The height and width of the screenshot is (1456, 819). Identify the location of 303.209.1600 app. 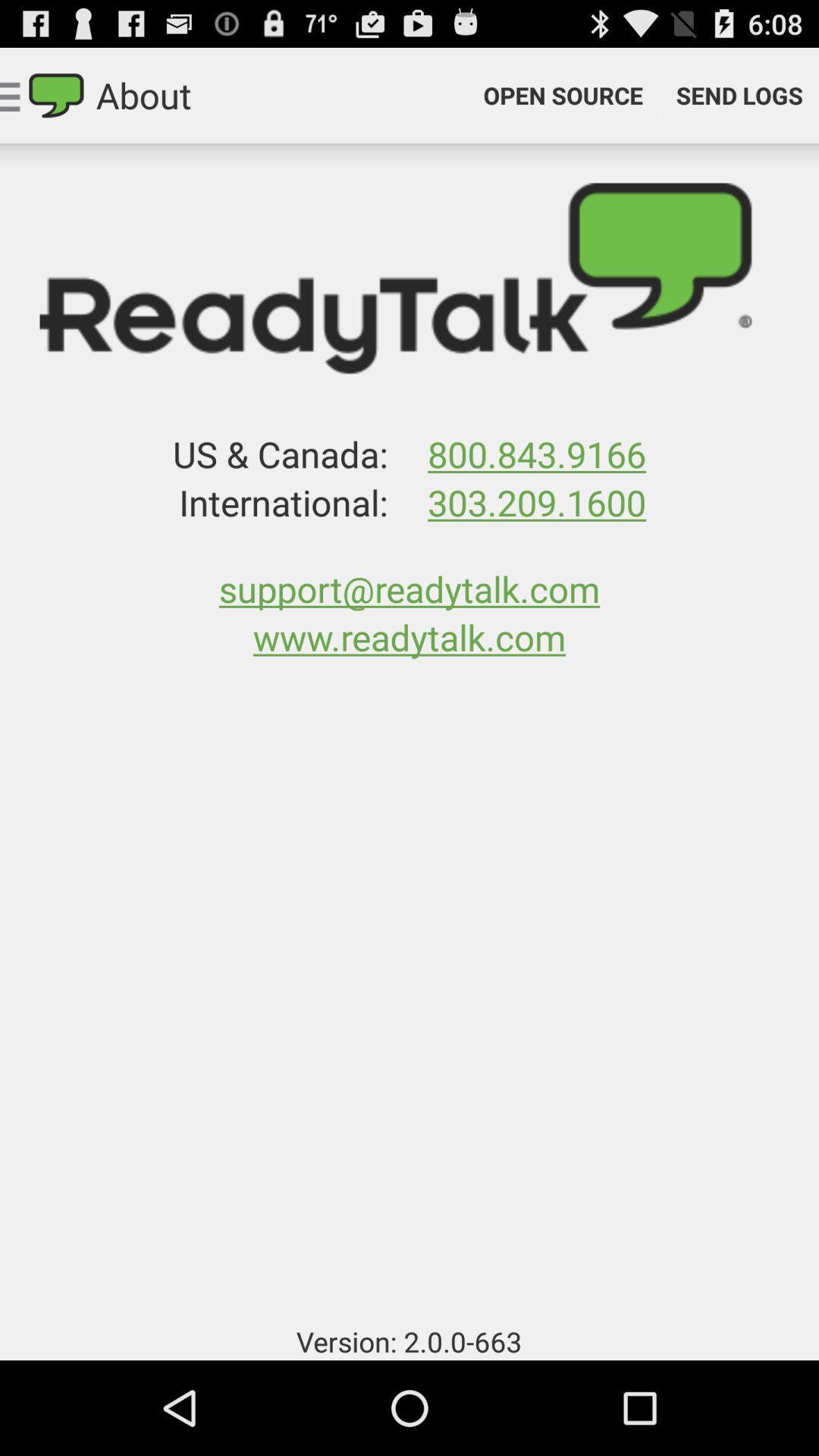
(536, 502).